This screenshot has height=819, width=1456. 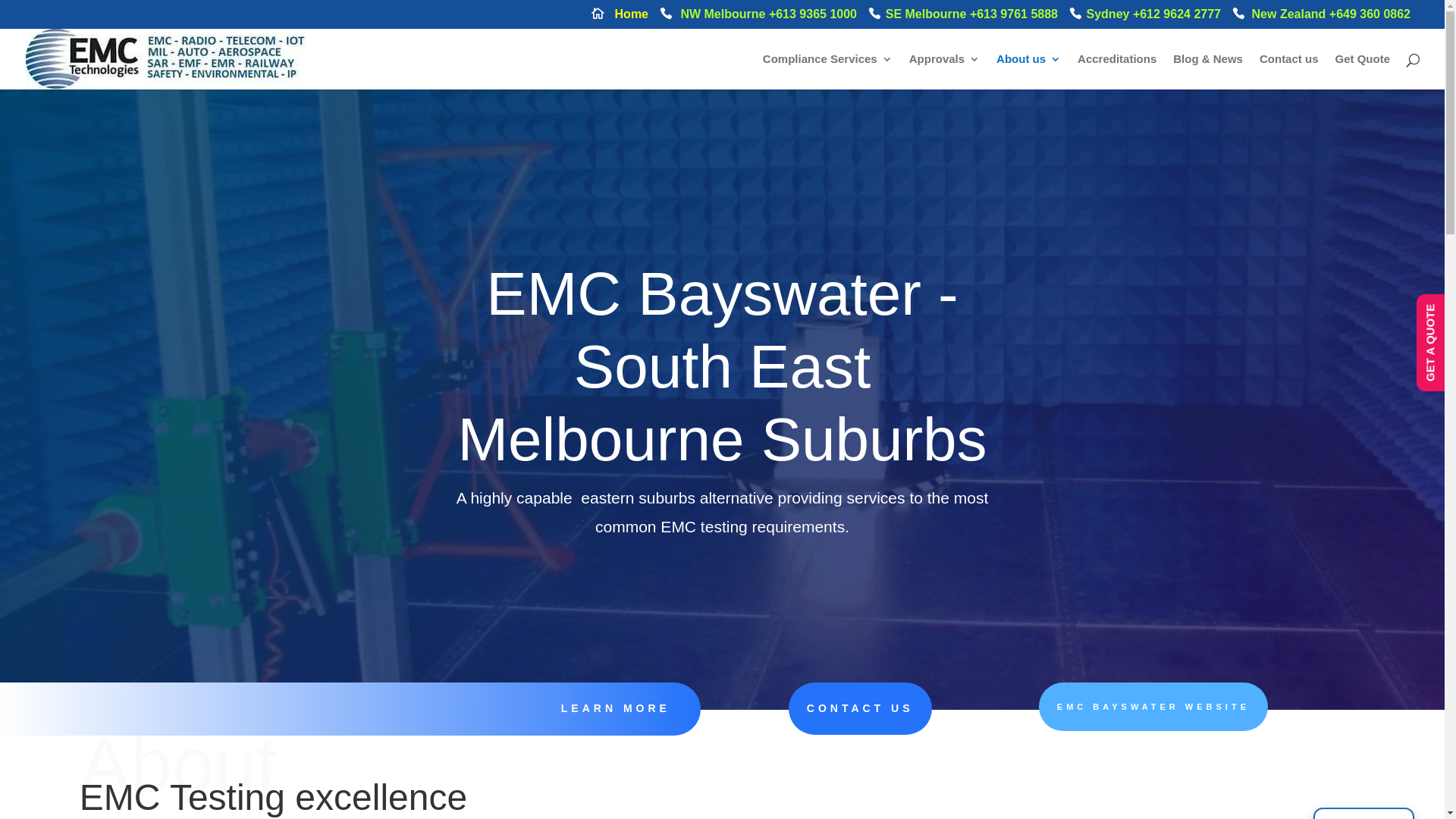 What do you see at coordinates (1362, 71) in the screenshot?
I see `'Get Quote'` at bounding box center [1362, 71].